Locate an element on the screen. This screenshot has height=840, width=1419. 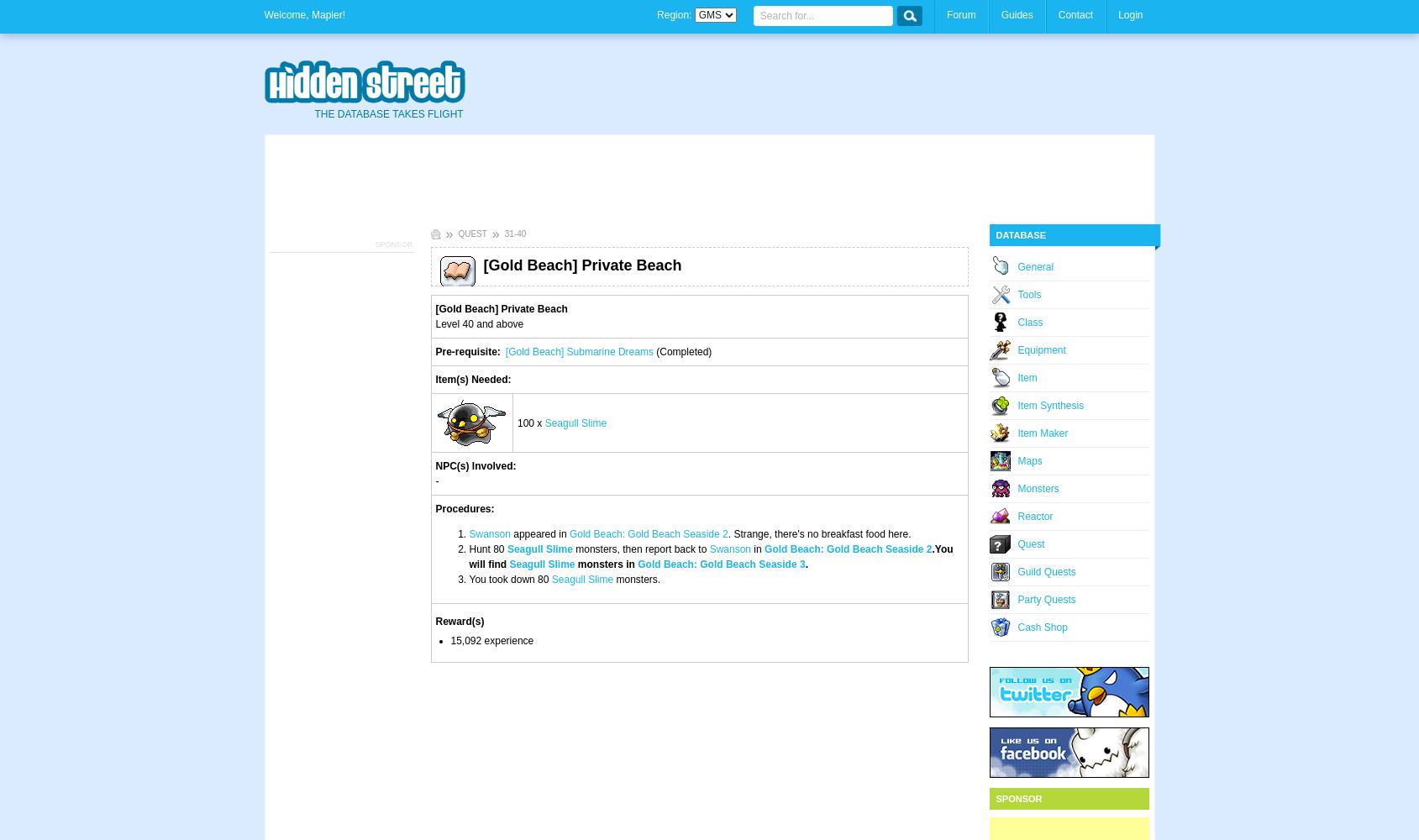
'monsters in' is located at coordinates (606, 564).